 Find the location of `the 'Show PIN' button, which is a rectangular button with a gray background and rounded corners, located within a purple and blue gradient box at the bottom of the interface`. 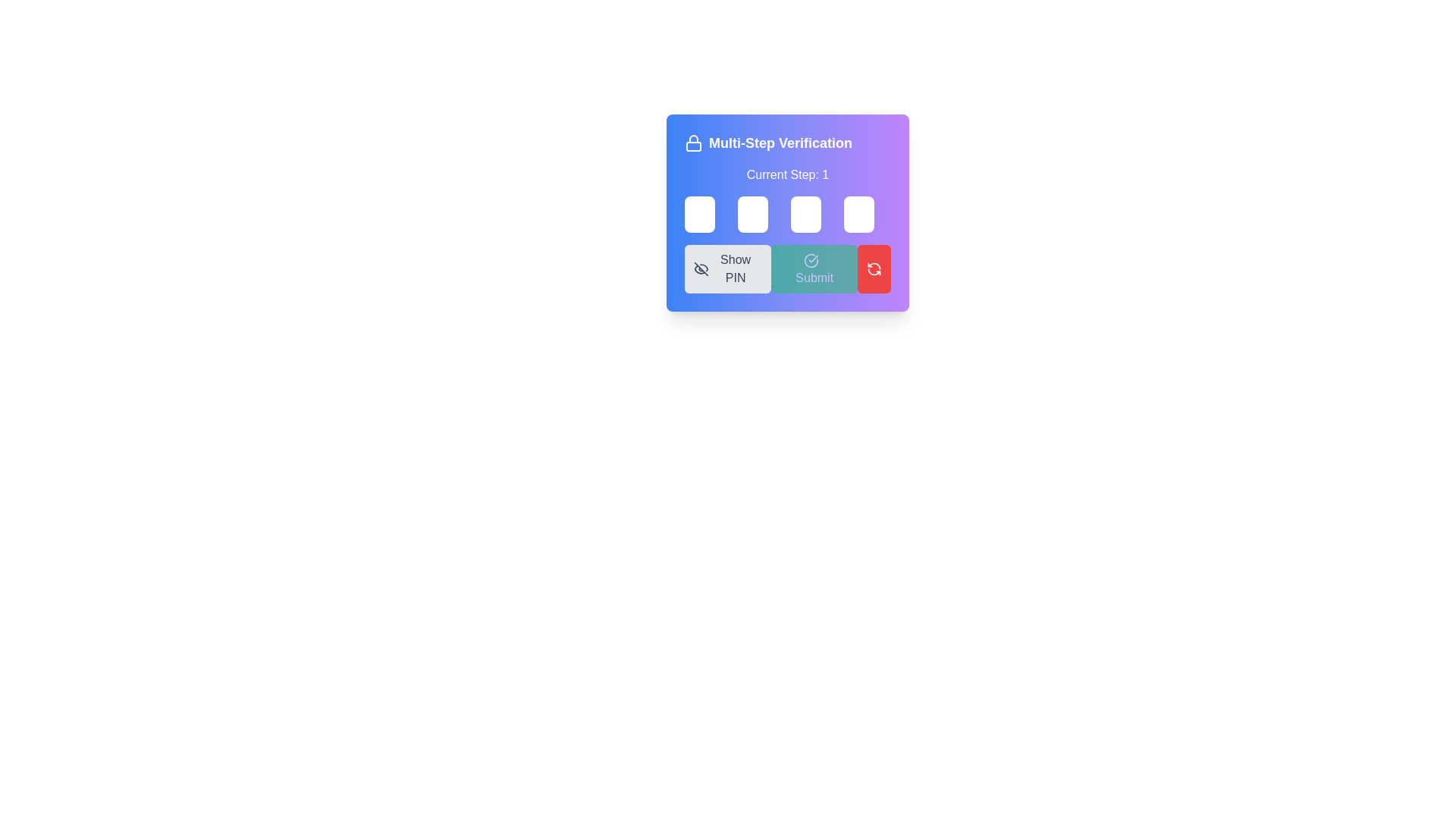

the 'Show PIN' button, which is a rectangular button with a gray background and rounded corners, located within a purple and blue gradient box at the bottom of the interface is located at coordinates (728, 268).